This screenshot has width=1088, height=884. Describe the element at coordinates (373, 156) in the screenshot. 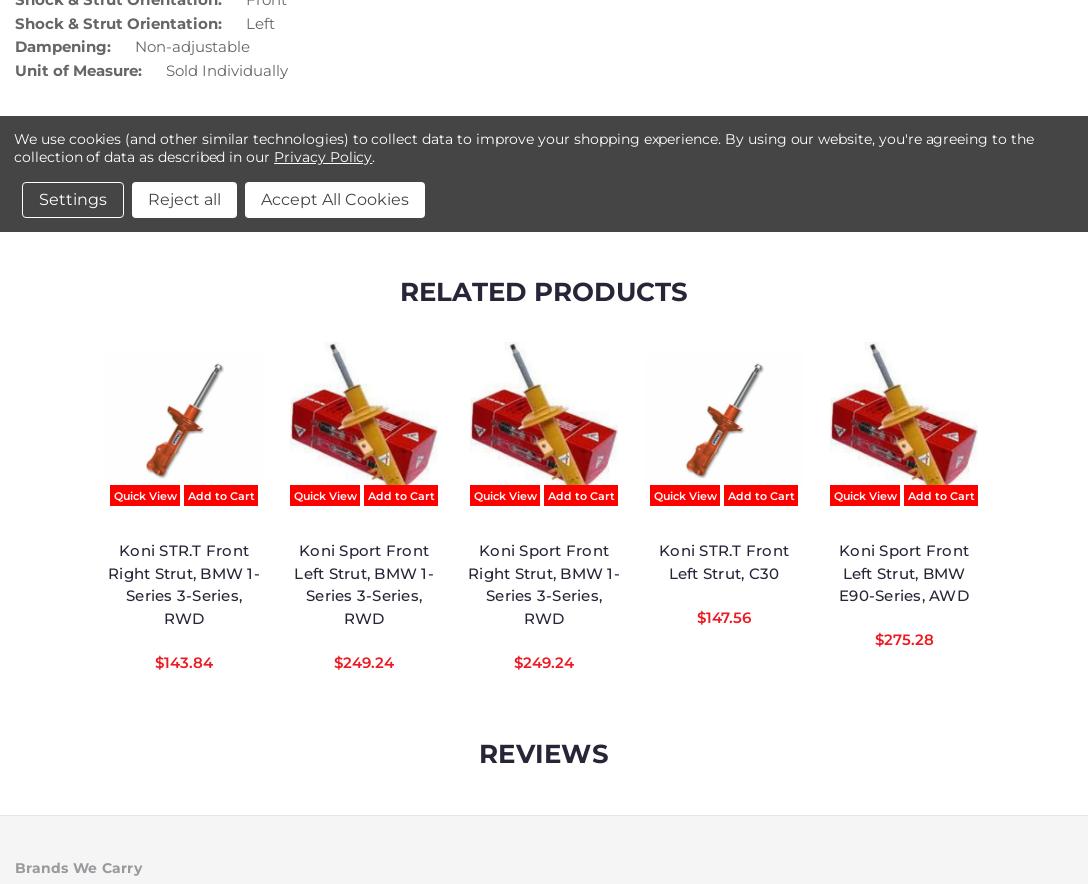

I see `'.'` at that location.